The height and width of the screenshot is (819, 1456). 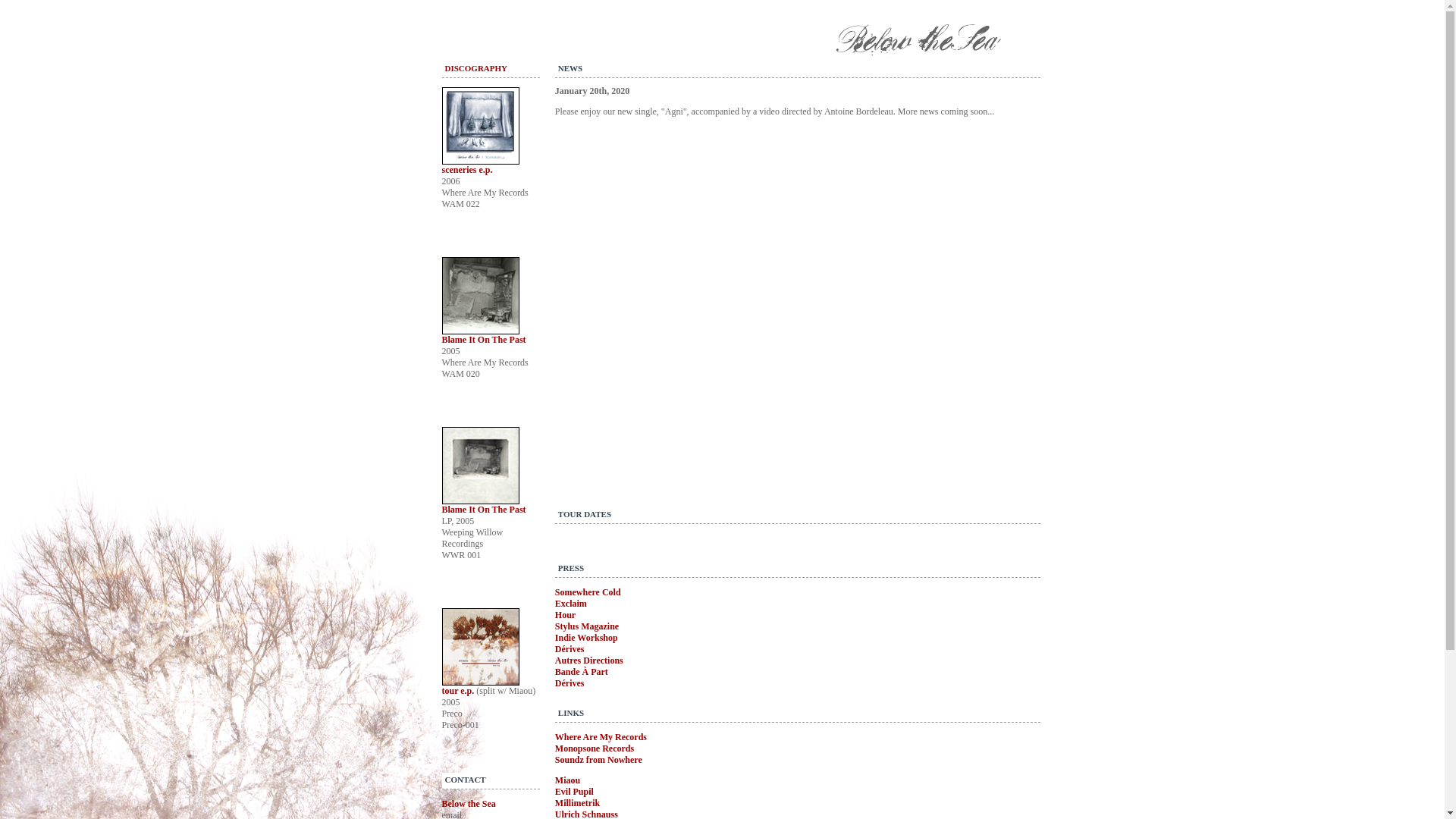 I want to click on 'Below the Sea', so click(x=467, y=803).